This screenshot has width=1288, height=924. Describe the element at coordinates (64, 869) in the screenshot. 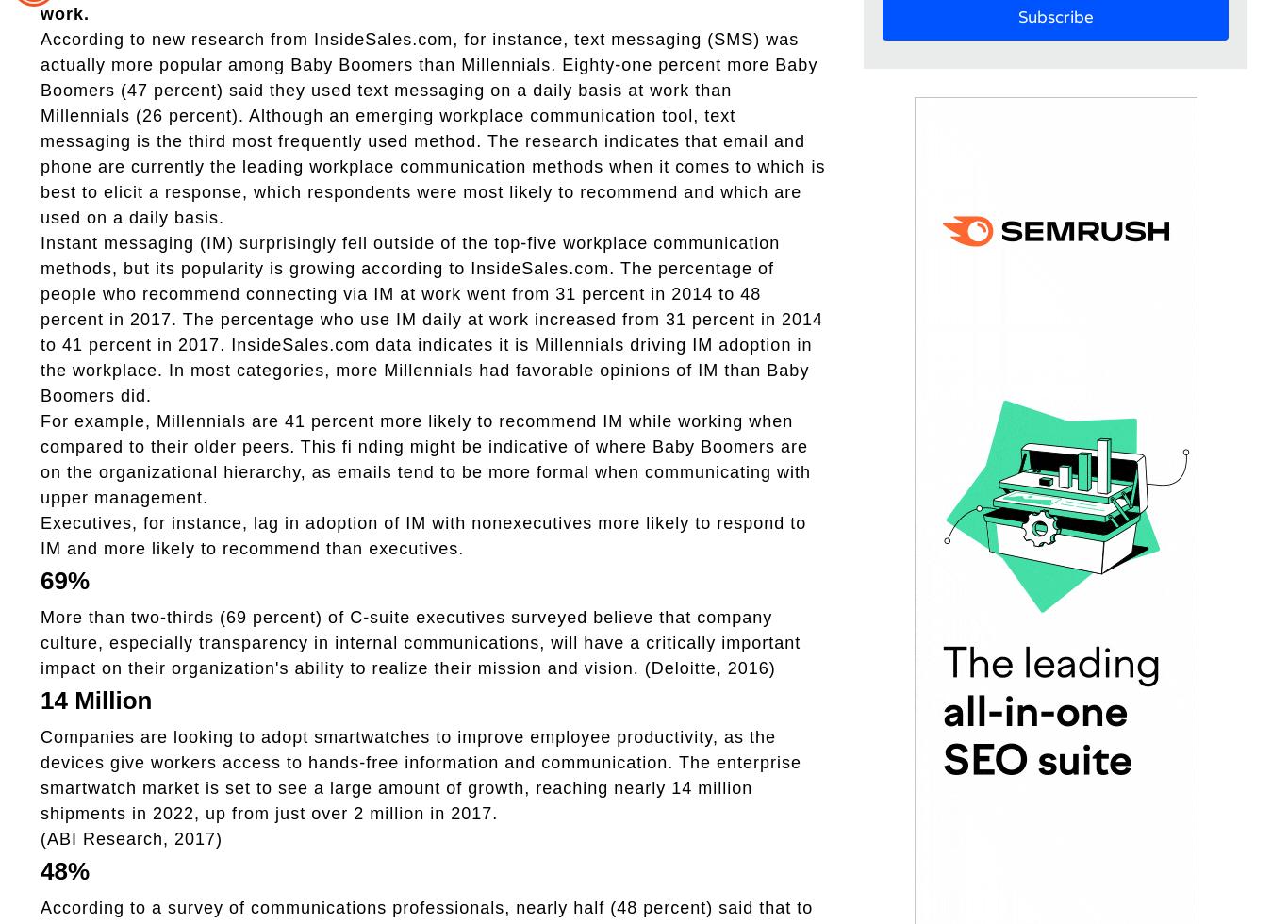

I see `'48%'` at that location.